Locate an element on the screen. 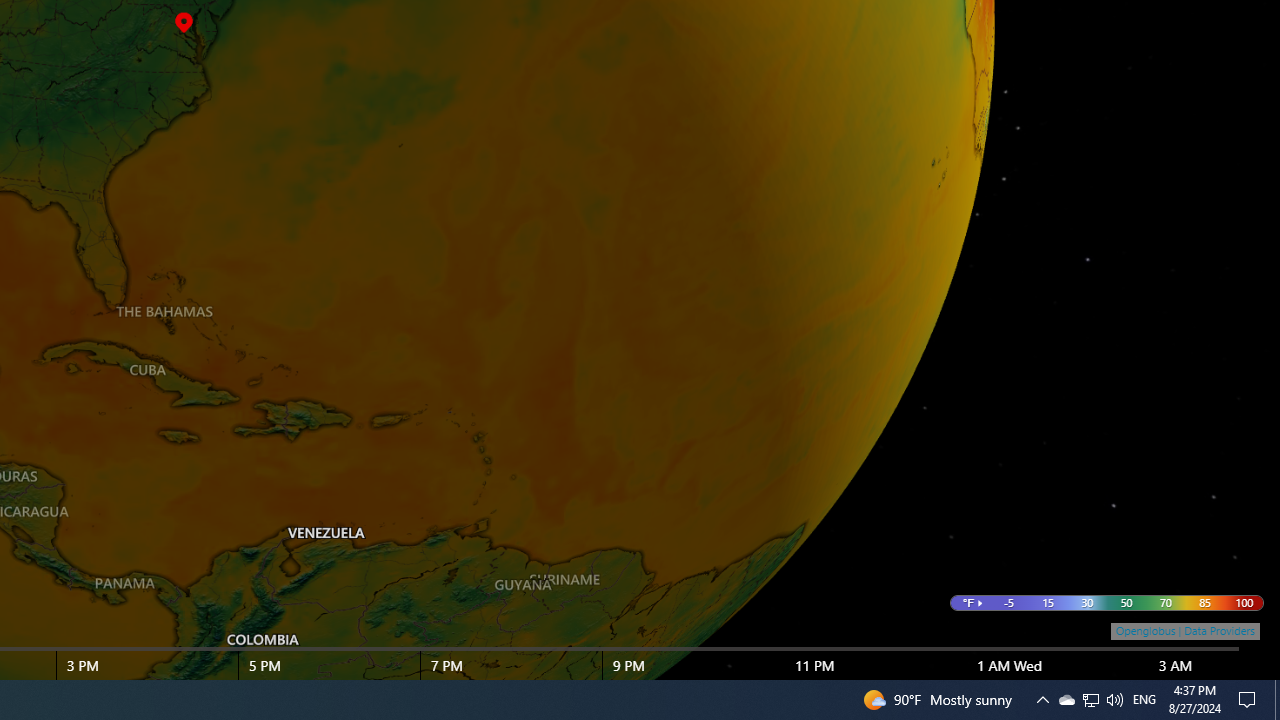 This screenshot has height=720, width=1280. 'Tray Input Indicator - English (United States)' is located at coordinates (1144, 698).